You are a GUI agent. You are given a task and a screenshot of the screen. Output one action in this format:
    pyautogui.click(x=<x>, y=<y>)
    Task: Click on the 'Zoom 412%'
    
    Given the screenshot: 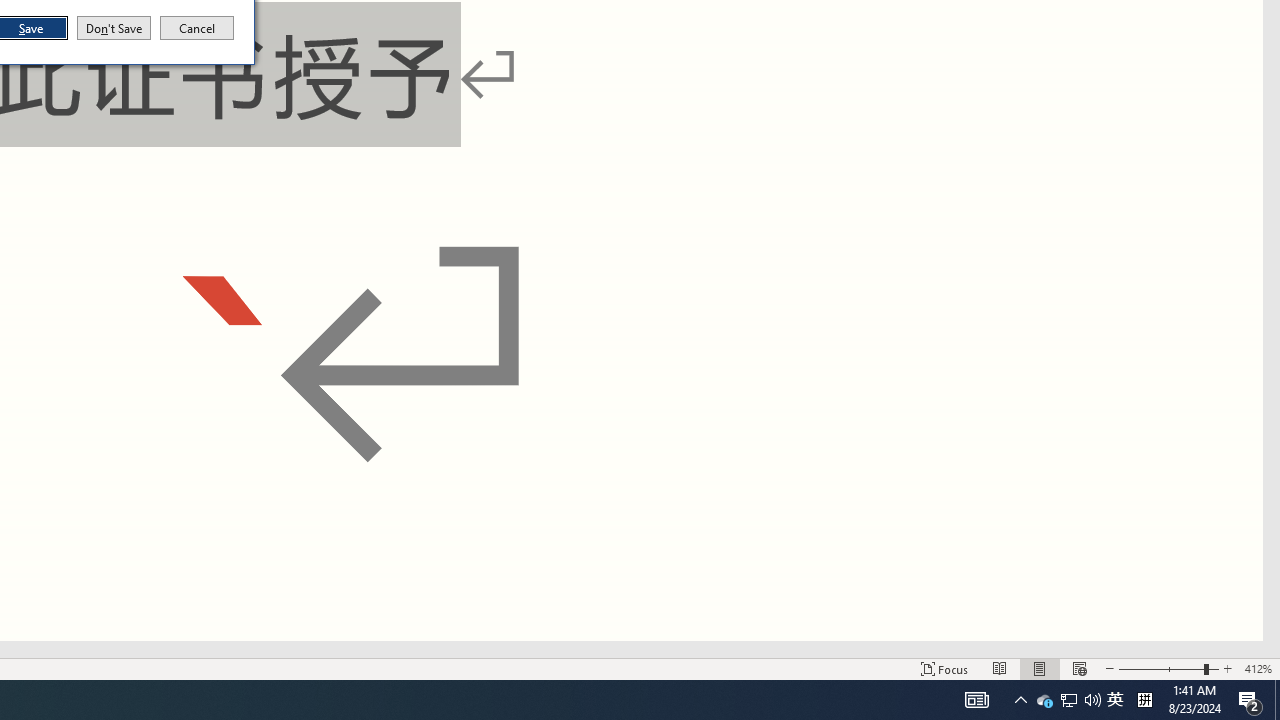 What is the action you would take?
    pyautogui.click(x=1250, y=698)
    